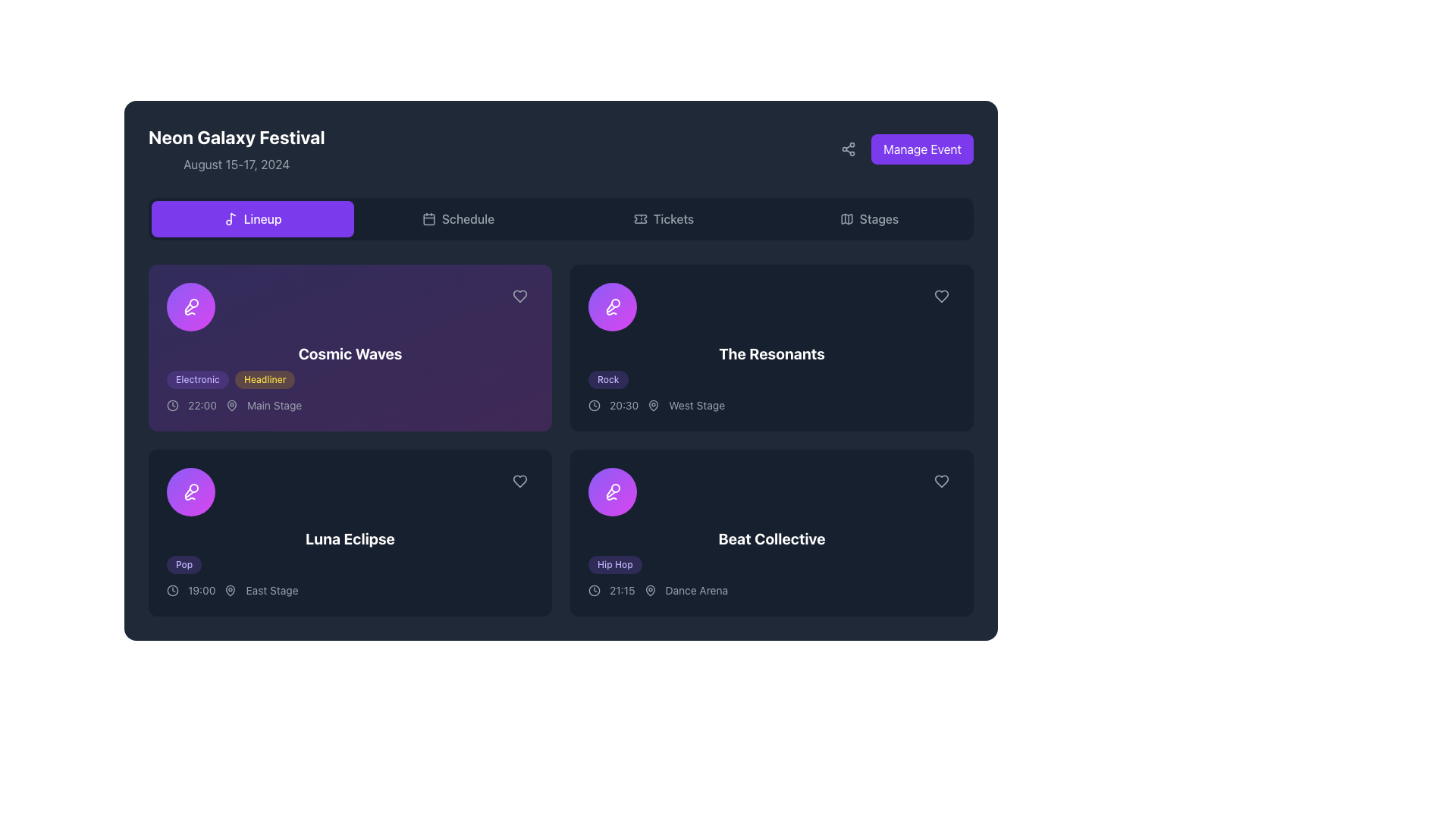  What do you see at coordinates (428, 219) in the screenshot?
I see `the main body of the calendar icon, represented by the SVG Rectangle Element` at bounding box center [428, 219].